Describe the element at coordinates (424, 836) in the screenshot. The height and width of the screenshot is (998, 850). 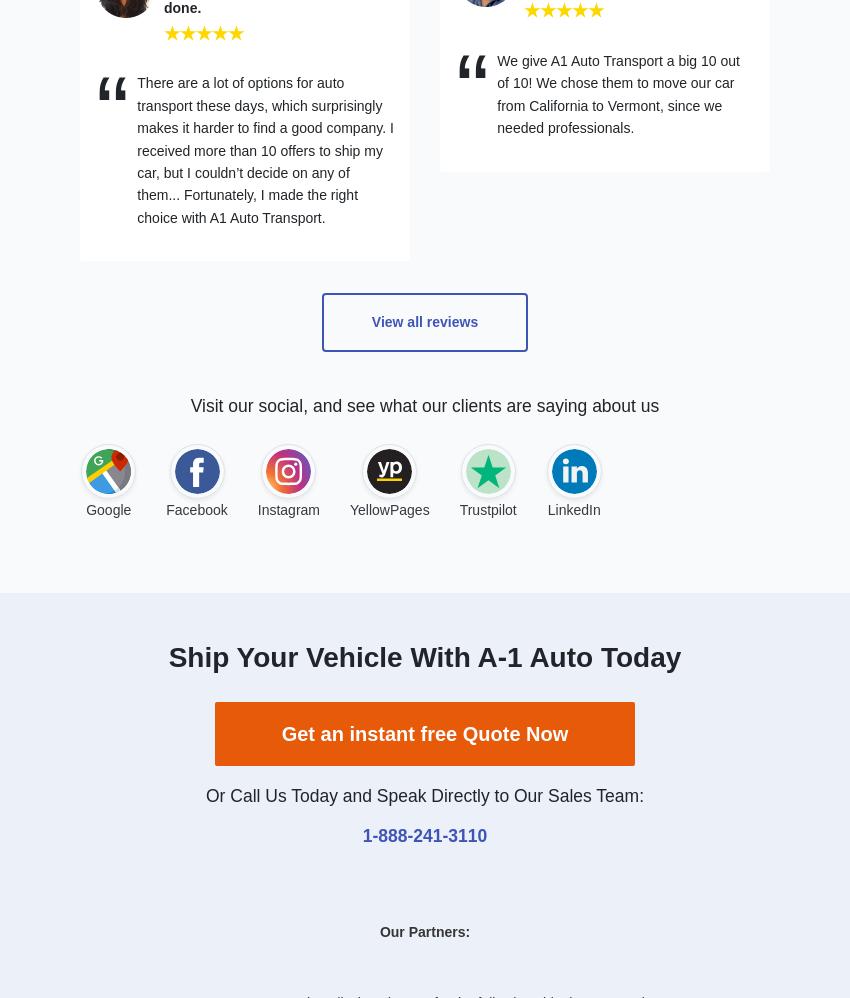
I see `'1-888-241-3110'` at that location.